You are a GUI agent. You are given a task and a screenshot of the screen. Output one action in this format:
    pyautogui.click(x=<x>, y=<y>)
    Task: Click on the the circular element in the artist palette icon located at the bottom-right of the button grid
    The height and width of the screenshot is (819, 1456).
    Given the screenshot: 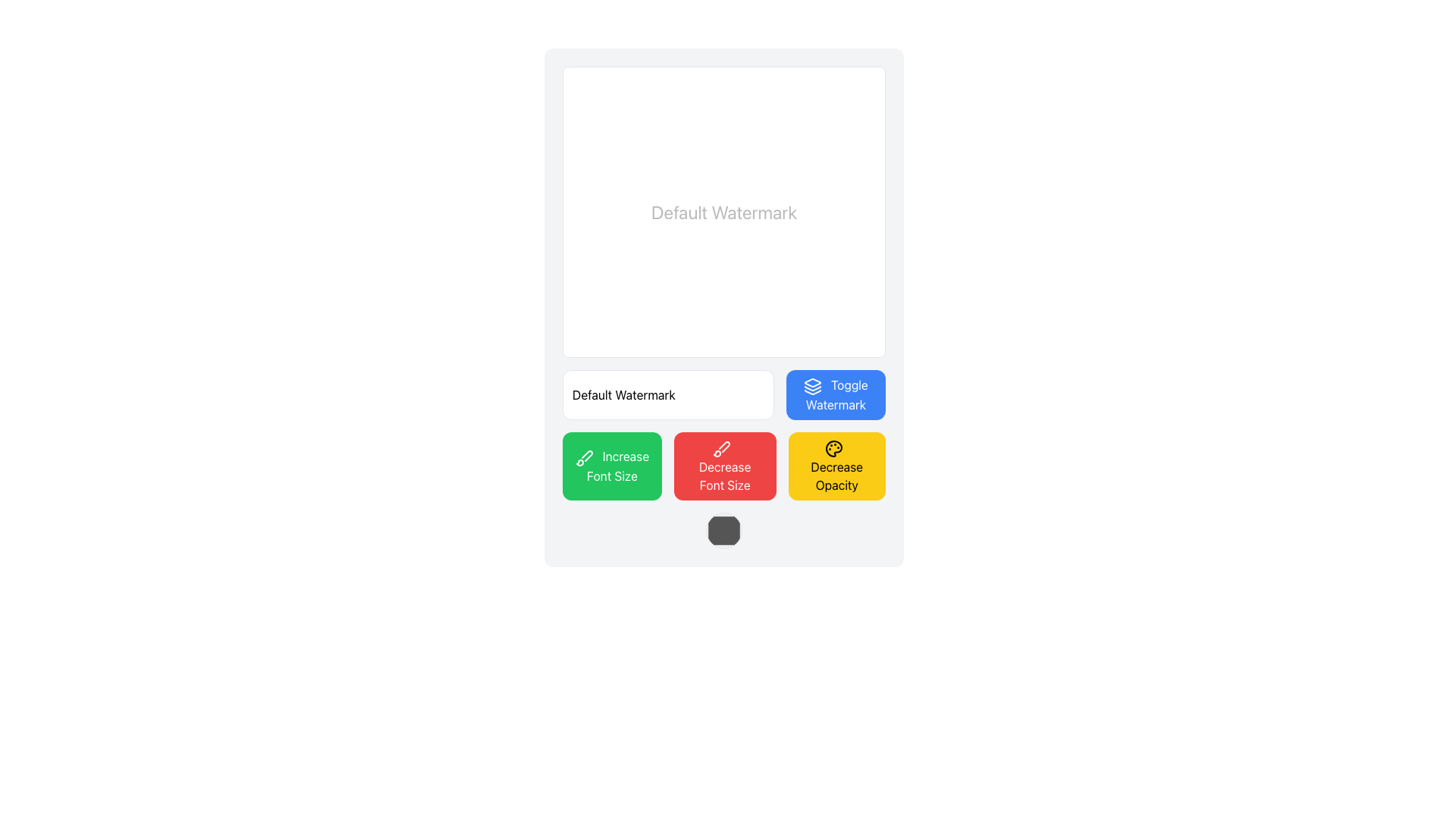 What is the action you would take?
    pyautogui.click(x=833, y=447)
    